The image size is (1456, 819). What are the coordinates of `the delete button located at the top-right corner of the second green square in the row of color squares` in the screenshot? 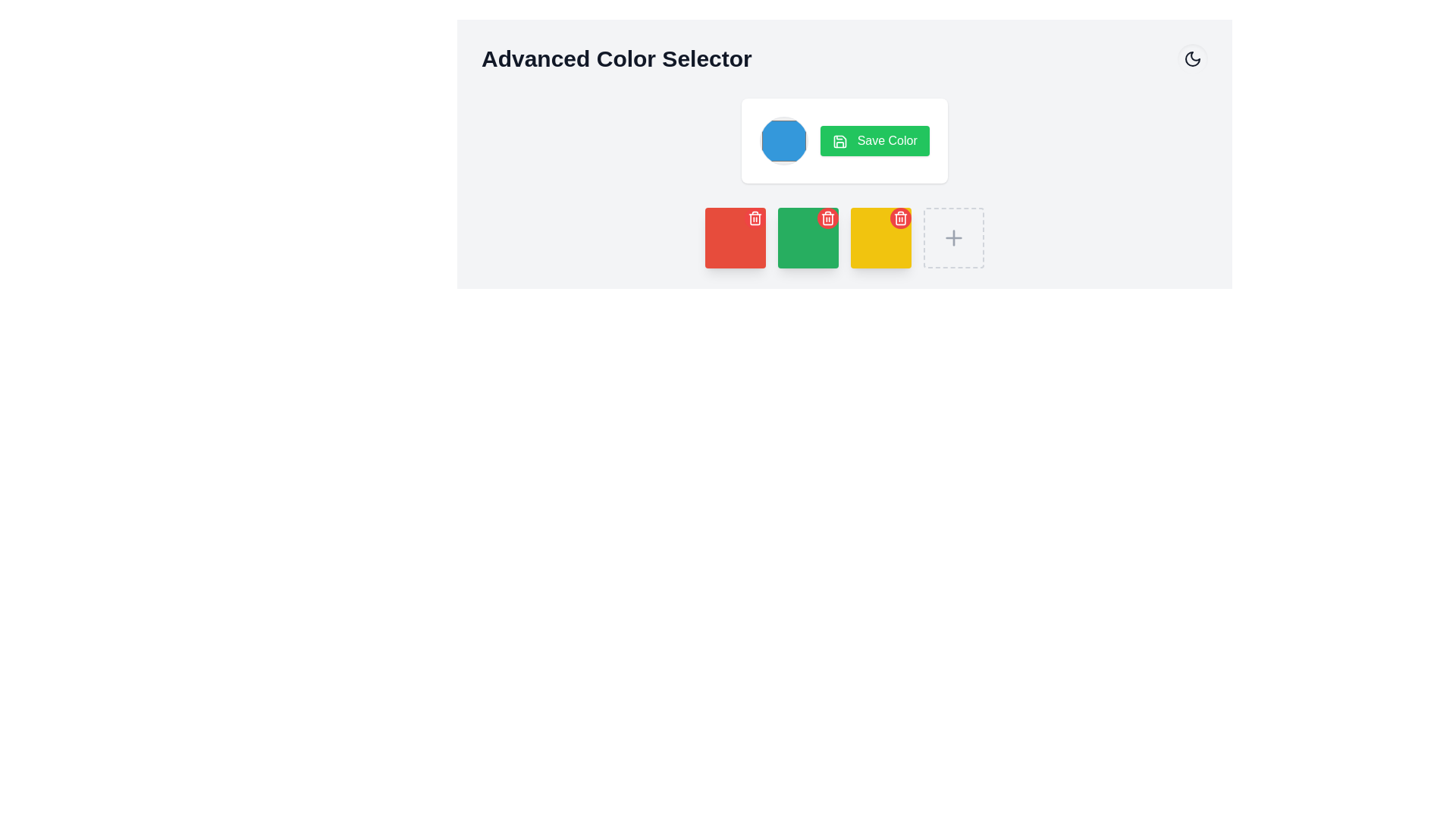 It's located at (827, 218).